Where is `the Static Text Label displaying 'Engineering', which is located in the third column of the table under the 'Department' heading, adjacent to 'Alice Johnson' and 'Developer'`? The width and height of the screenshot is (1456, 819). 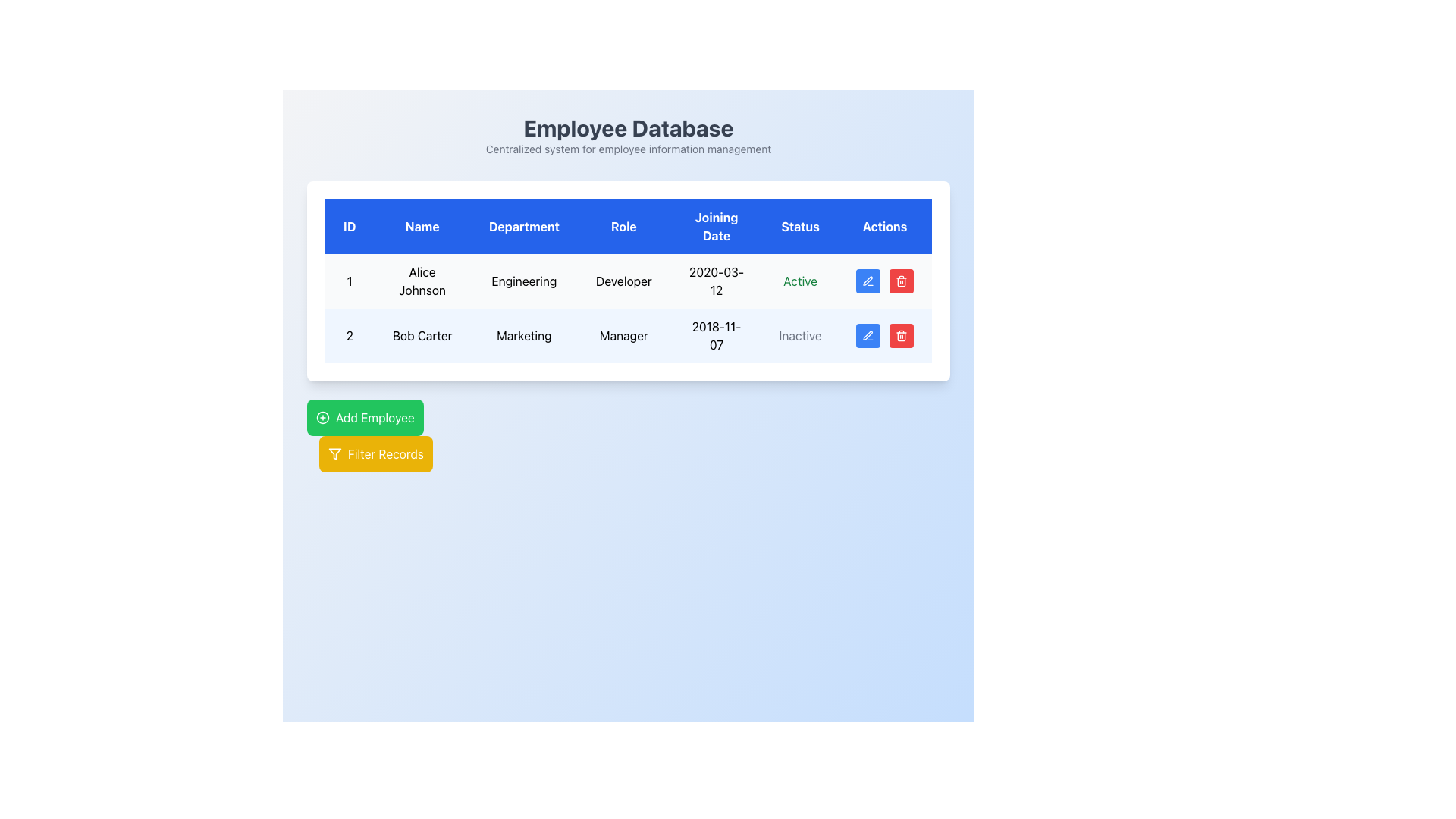 the Static Text Label displaying 'Engineering', which is located in the third column of the table under the 'Department' heading, adjacent to 'Alice Johnson' and 'Developer' is located at coordinates (524, 281).